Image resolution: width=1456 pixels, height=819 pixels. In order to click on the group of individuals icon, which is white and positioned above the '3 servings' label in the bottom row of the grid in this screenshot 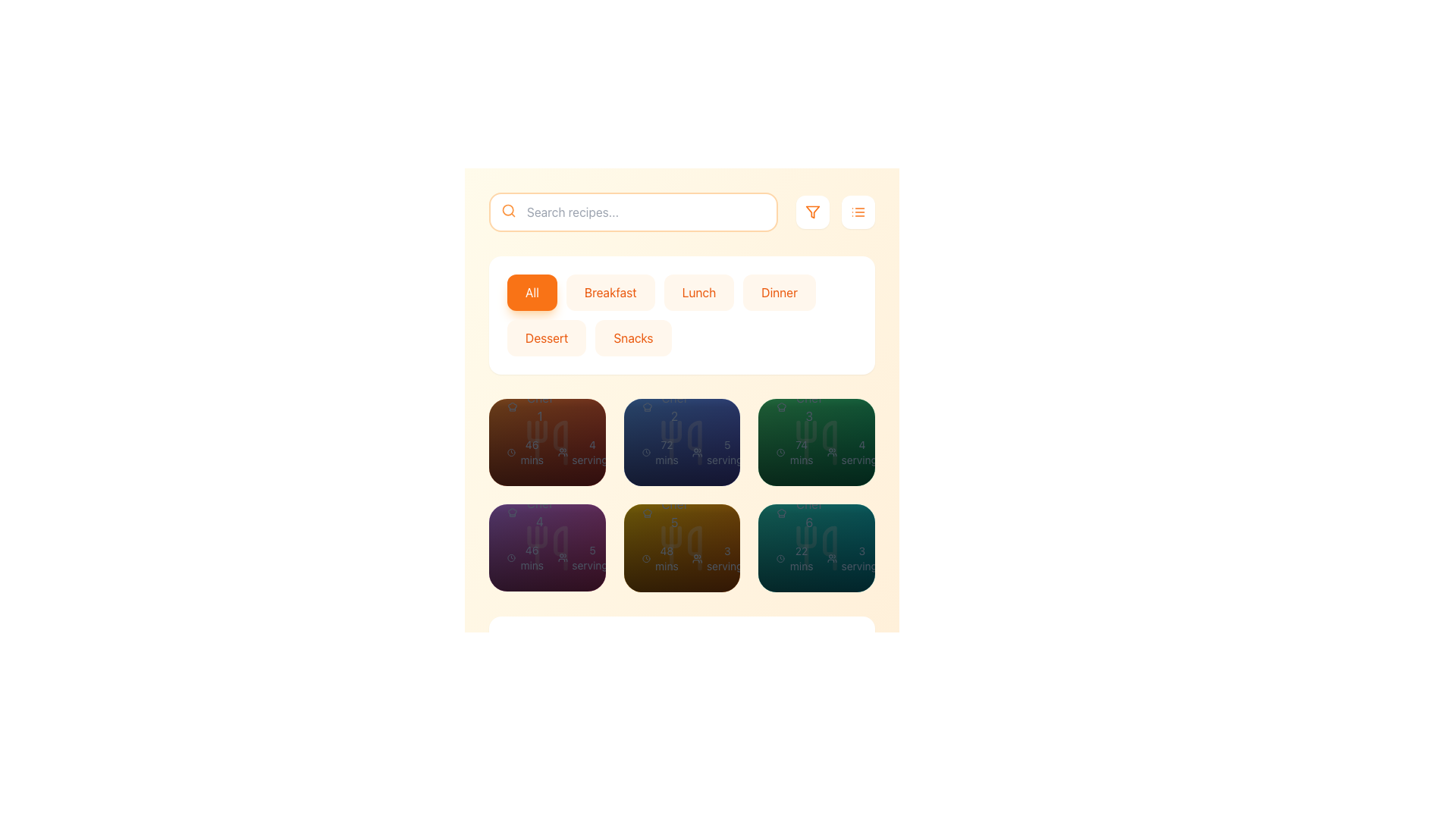, I will do `click(697, 558)`.